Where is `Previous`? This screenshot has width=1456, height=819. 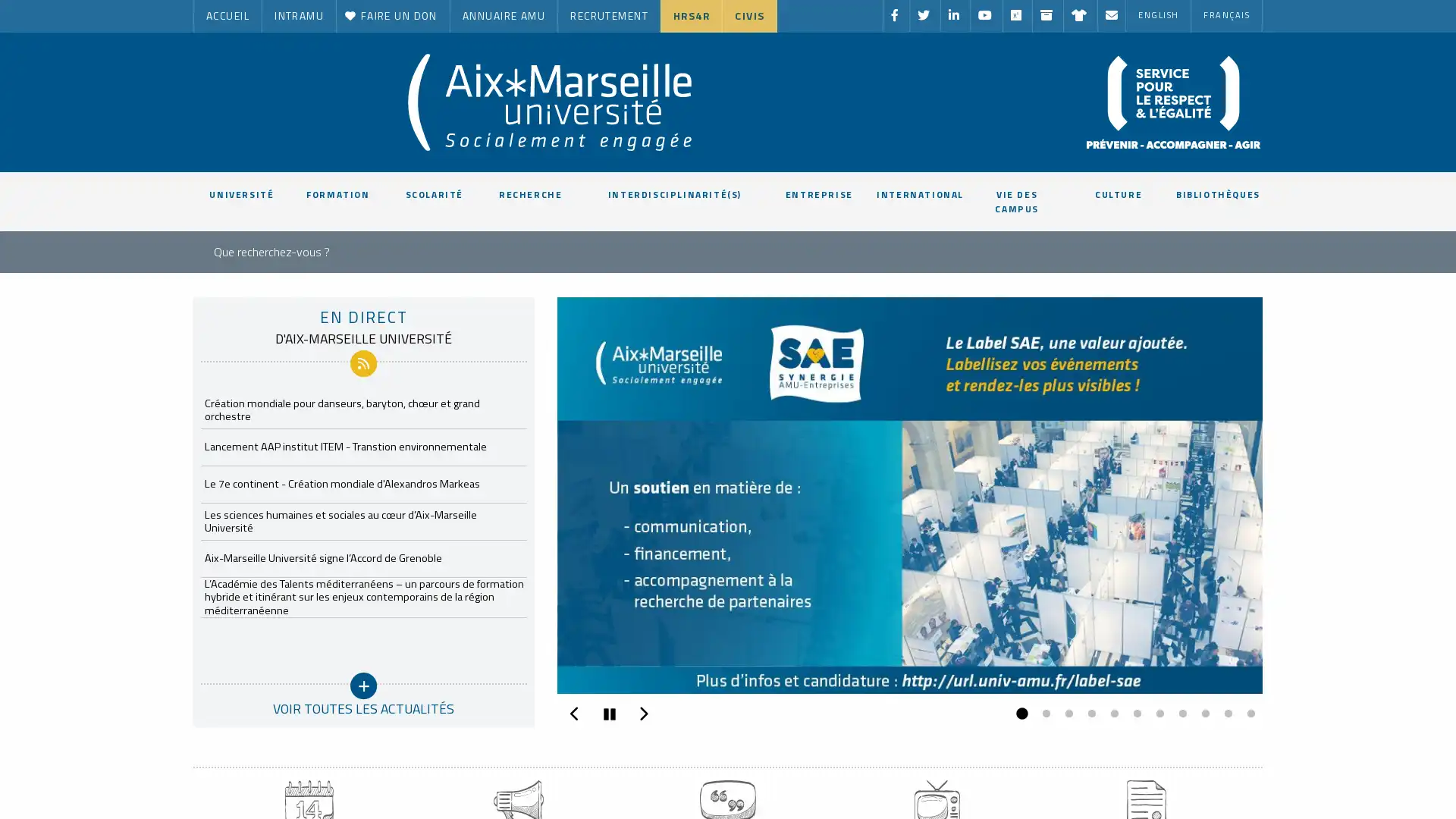
Previous is located at coordinates (574, 711).